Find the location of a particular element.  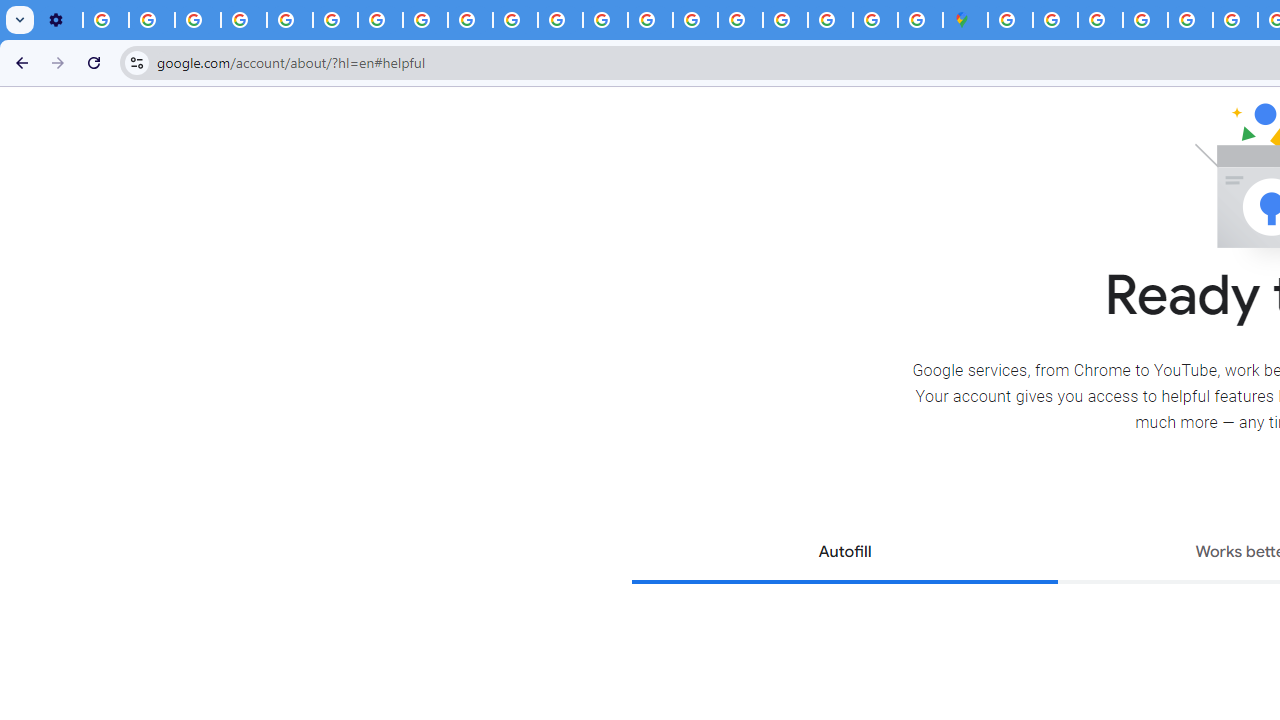

'Sign in - Google Accounts' is located at coordinates (1010, 20).